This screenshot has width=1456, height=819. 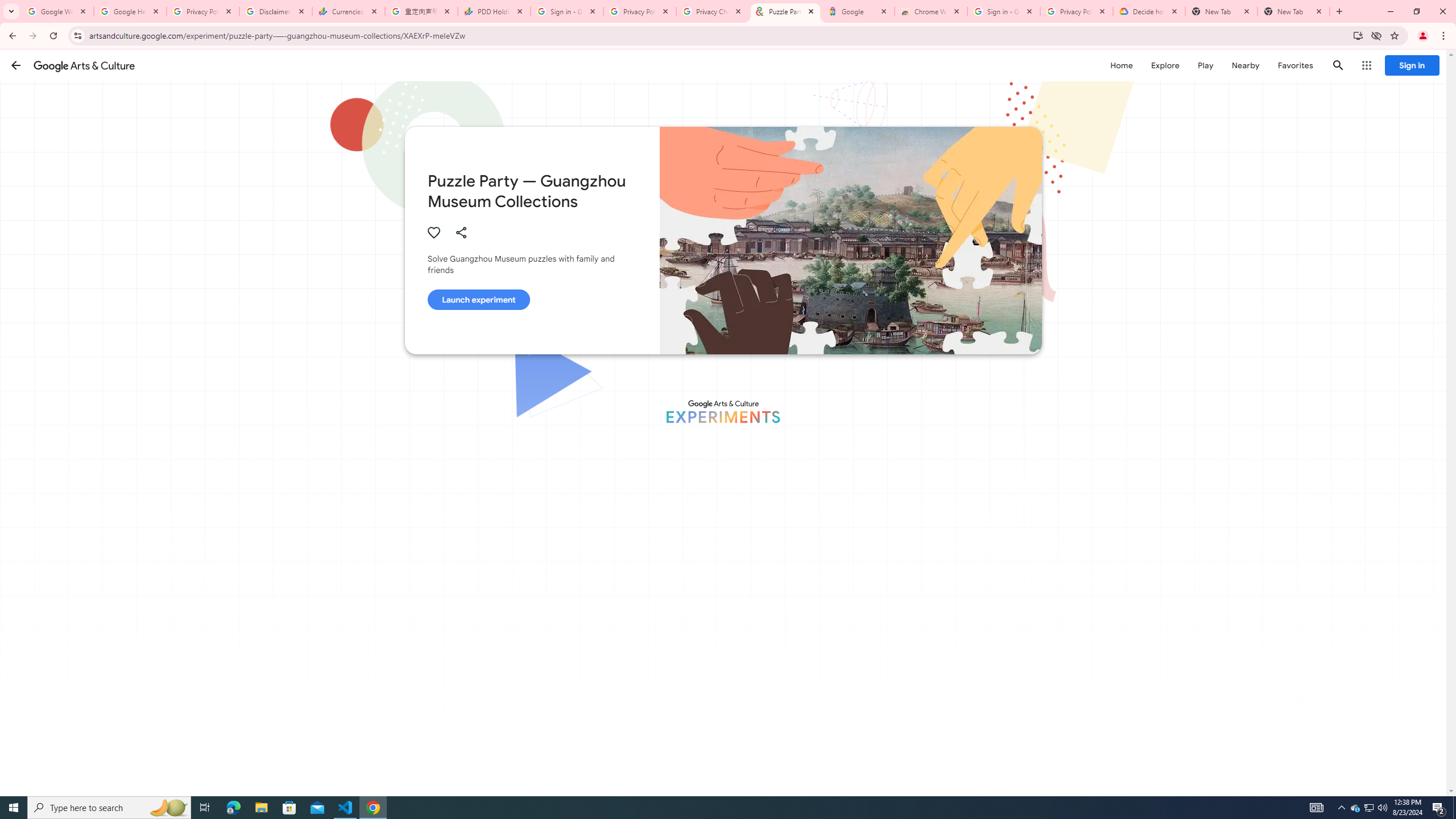 I want to click on 'Favorites', so click(x=1294, y=65).